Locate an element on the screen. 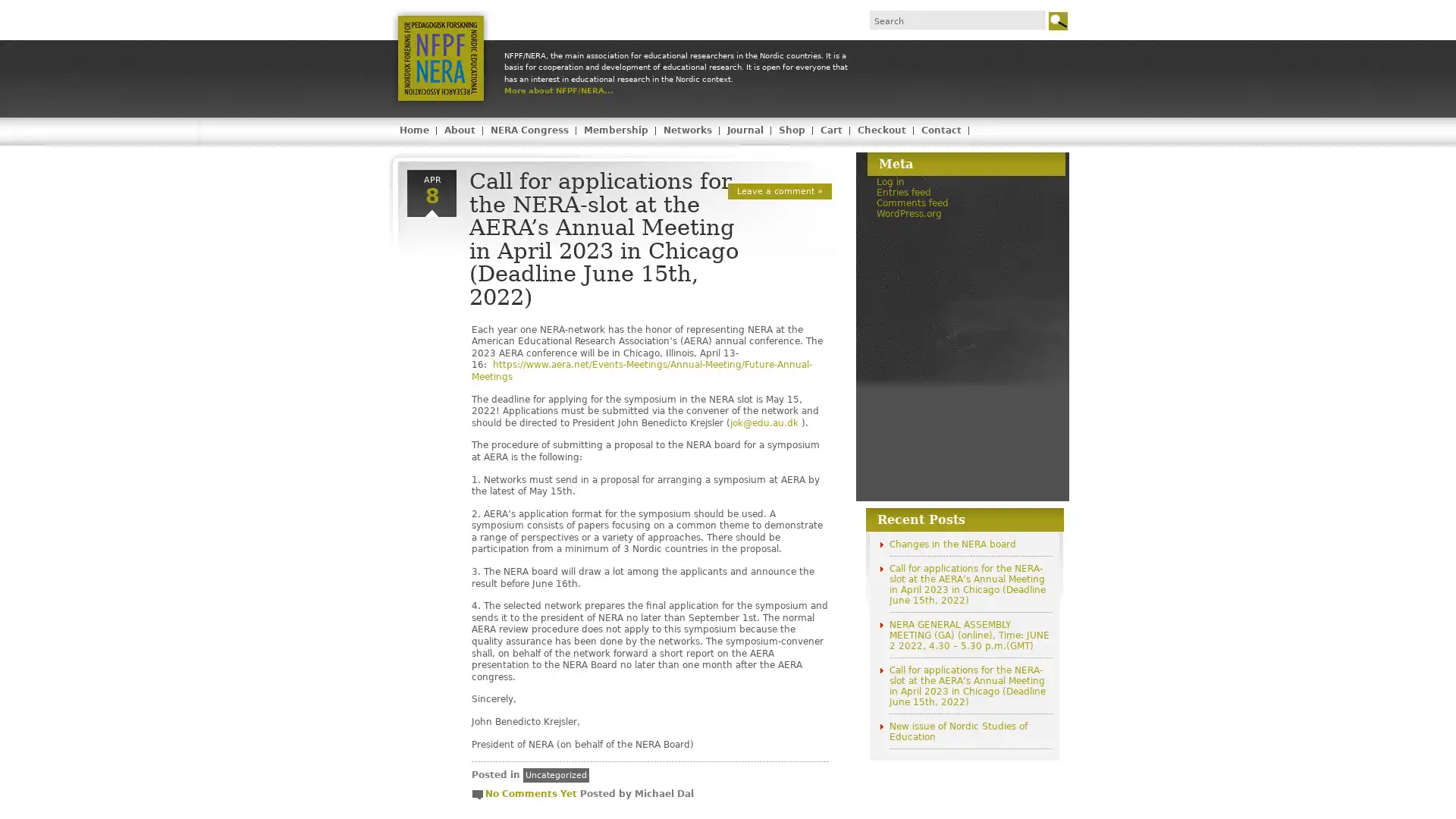  Go is located at coordinates (1057, 20).